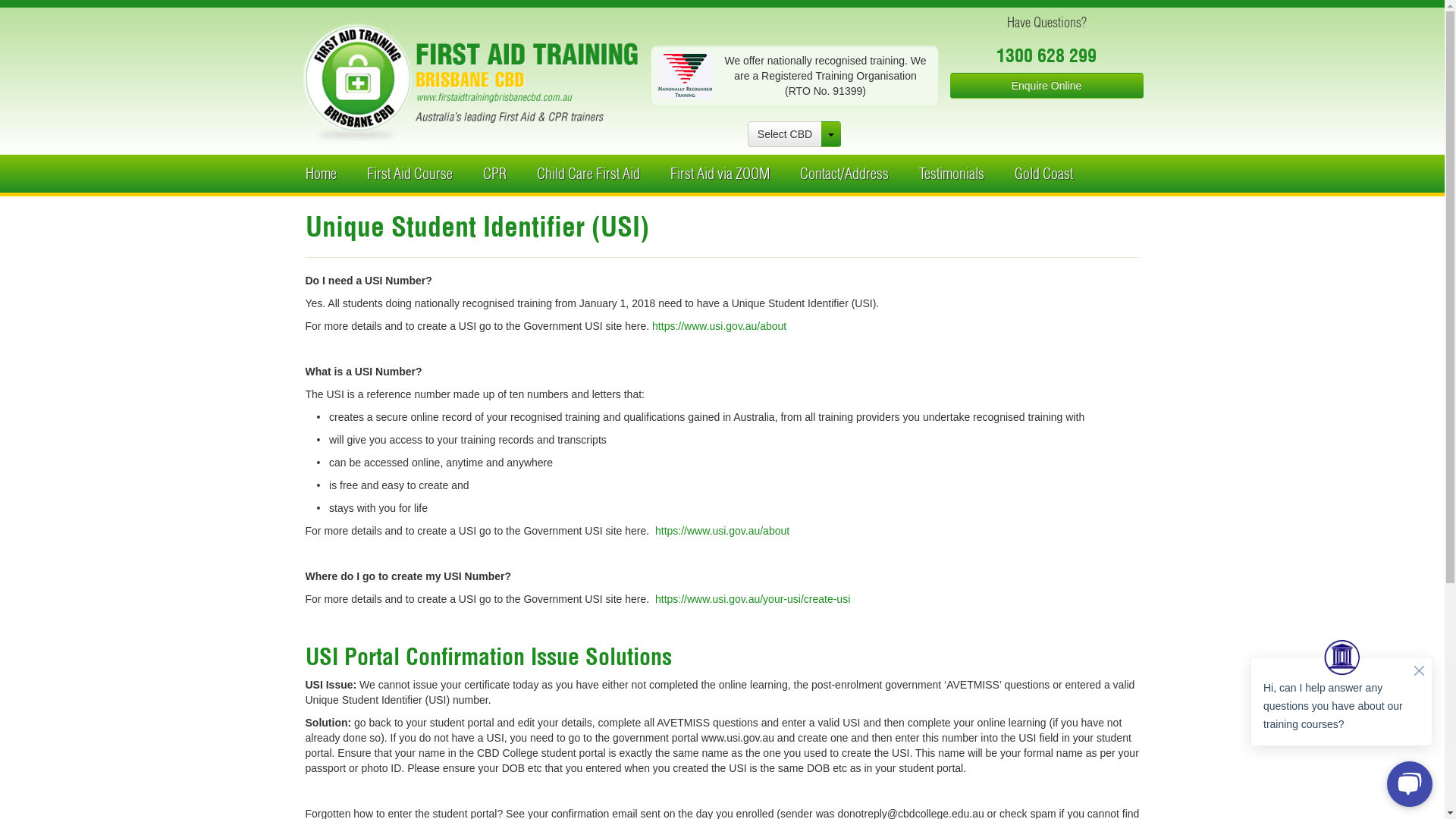 The width and height of the screenshot is (1456, 819). I want to click on 'https://www.usi.gov.au/your-usi/create-usi', so click(655, 598).